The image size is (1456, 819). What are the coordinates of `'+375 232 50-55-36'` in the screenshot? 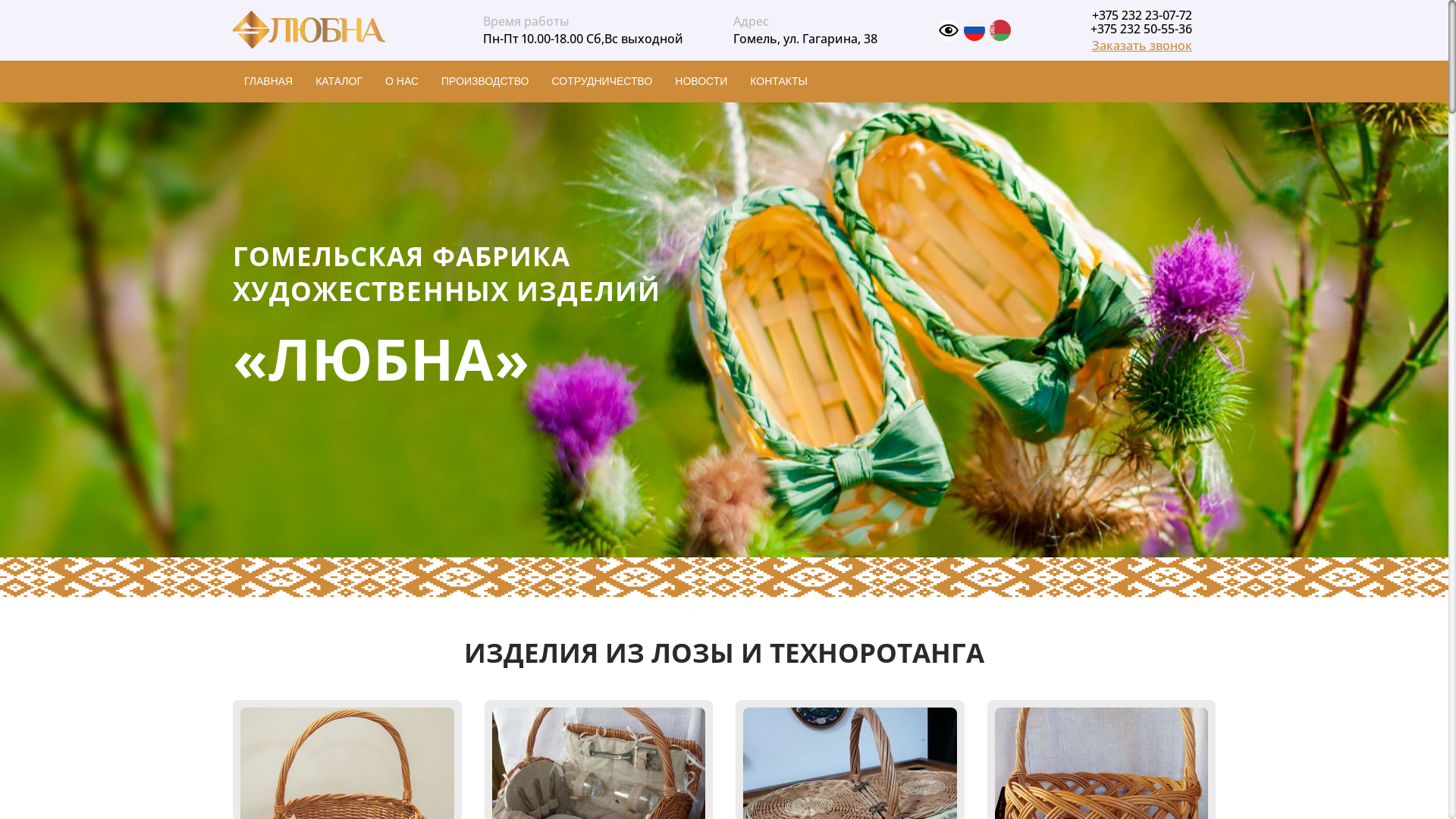 It's located at (1141, 29).